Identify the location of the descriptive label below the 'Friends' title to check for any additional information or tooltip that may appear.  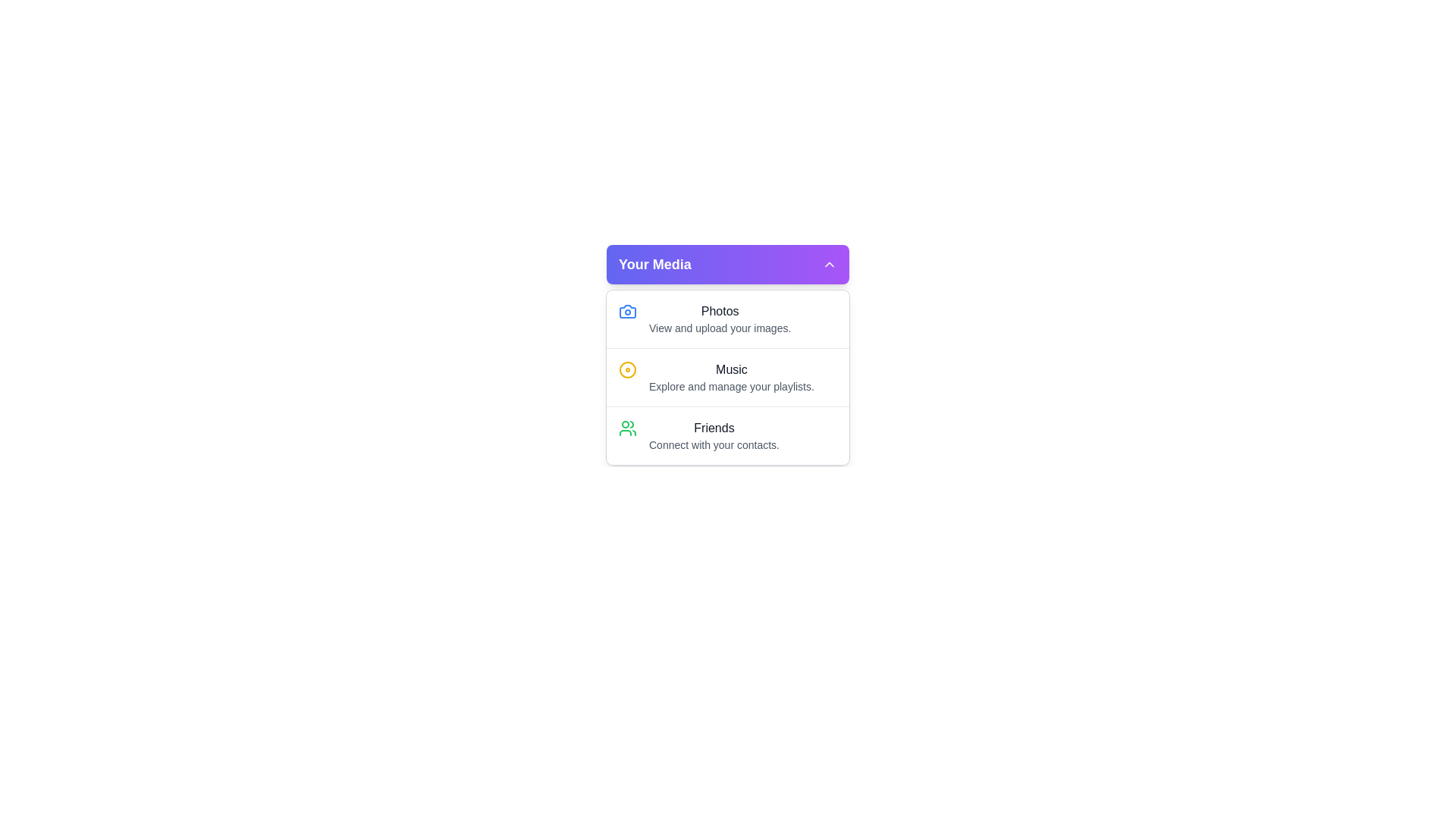
(713, 444).